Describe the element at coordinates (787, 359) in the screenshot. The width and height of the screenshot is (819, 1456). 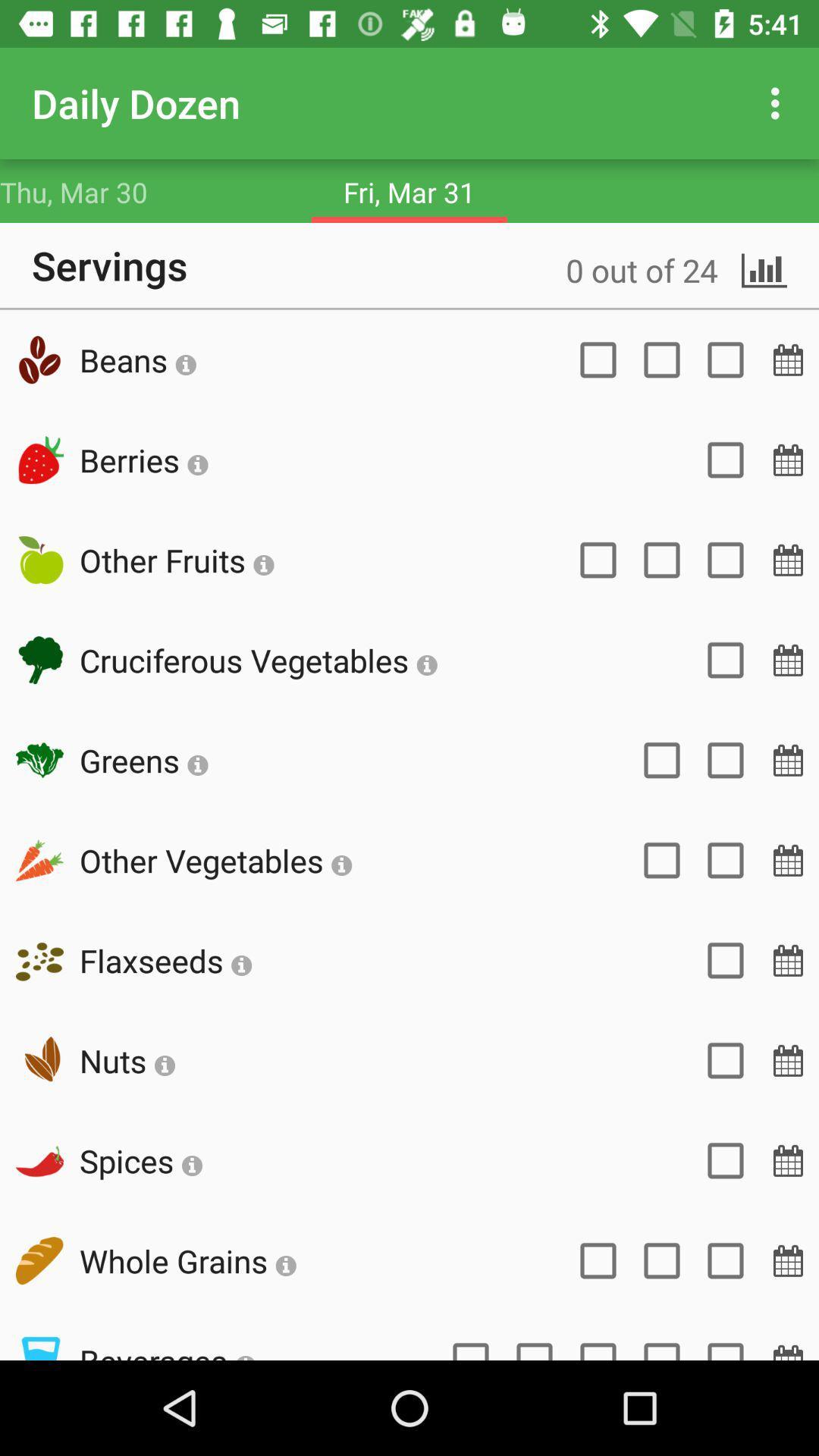
I see `the date_range icon` at that location.